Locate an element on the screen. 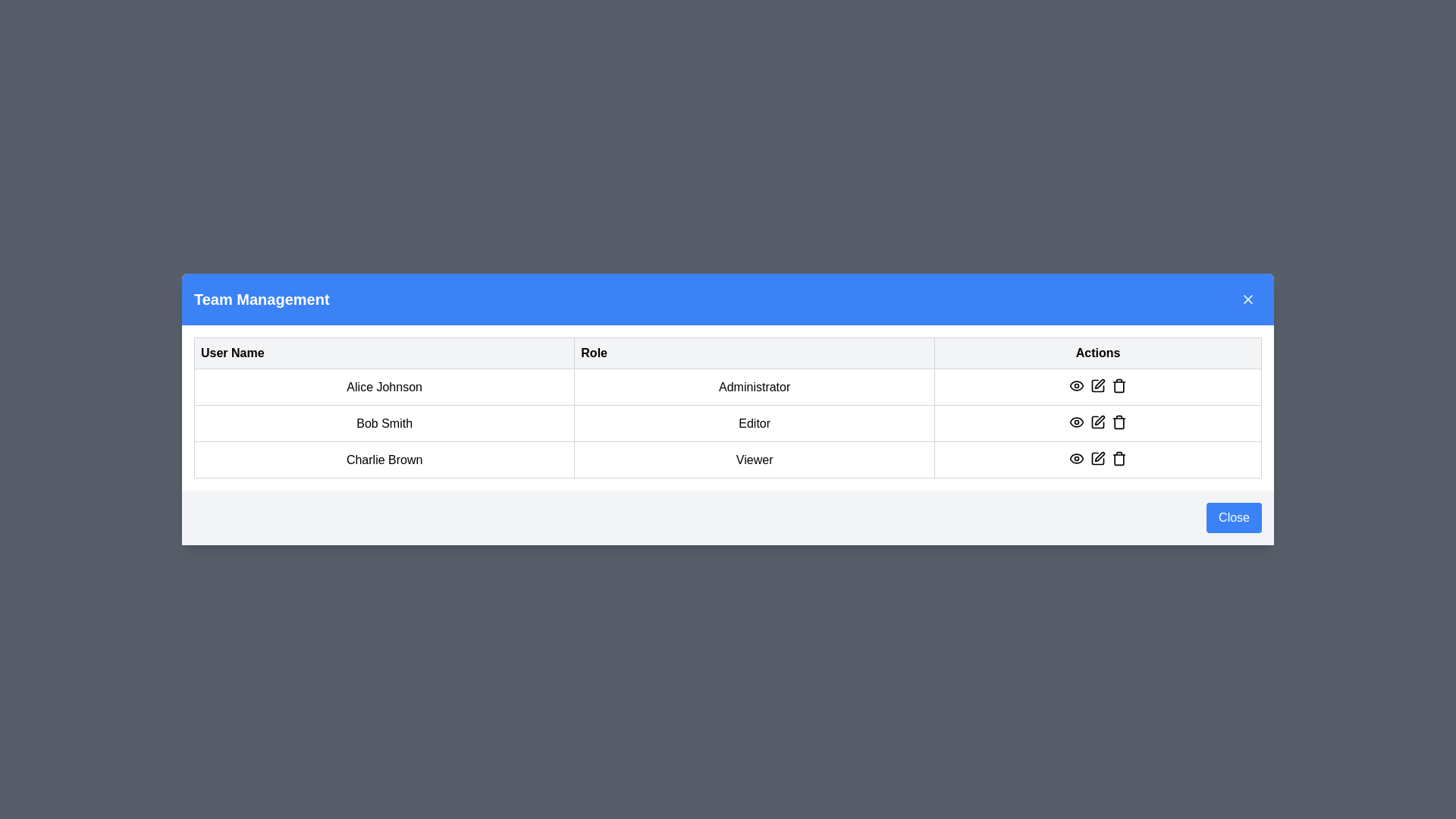 Image resolution: width=1456 pixels, height=819 pixels. the circular eye-shaped icon in the 'Actions' column of the second row corresponding to 'Bob Smith' is located at coordinates (1076, 422).